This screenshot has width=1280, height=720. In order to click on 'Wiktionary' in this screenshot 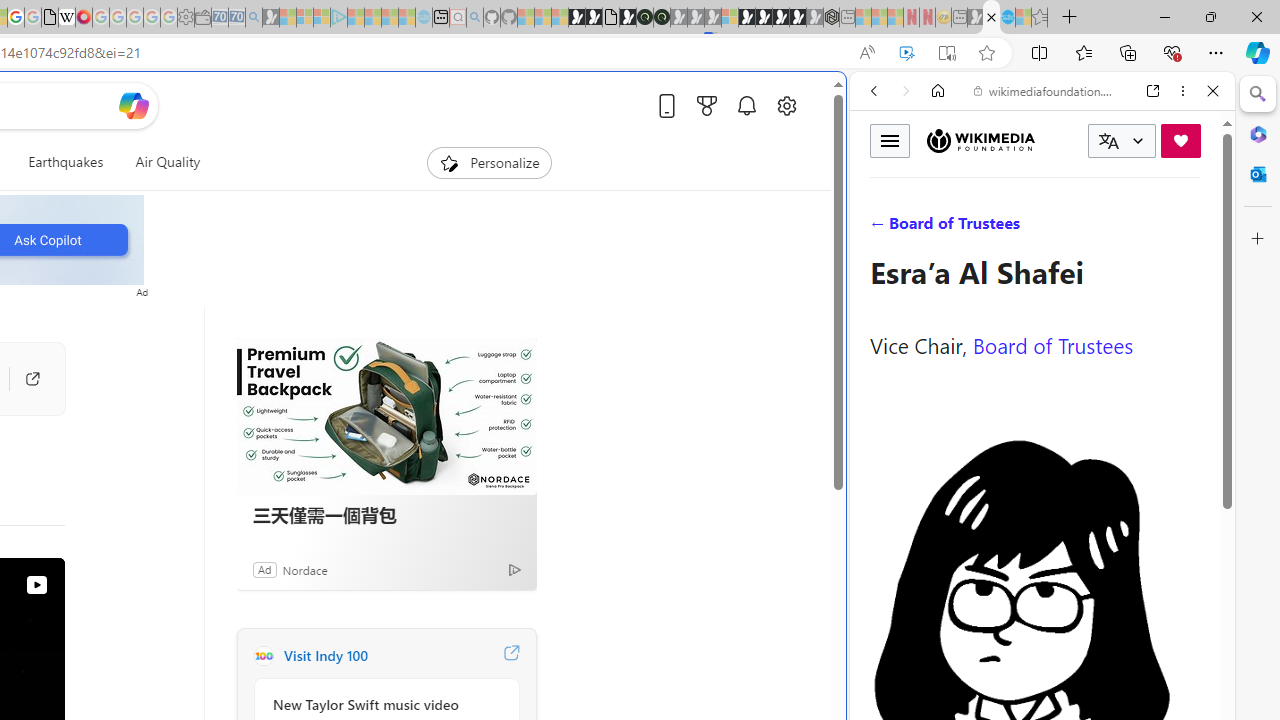, I will do `click(1034, 669)`.